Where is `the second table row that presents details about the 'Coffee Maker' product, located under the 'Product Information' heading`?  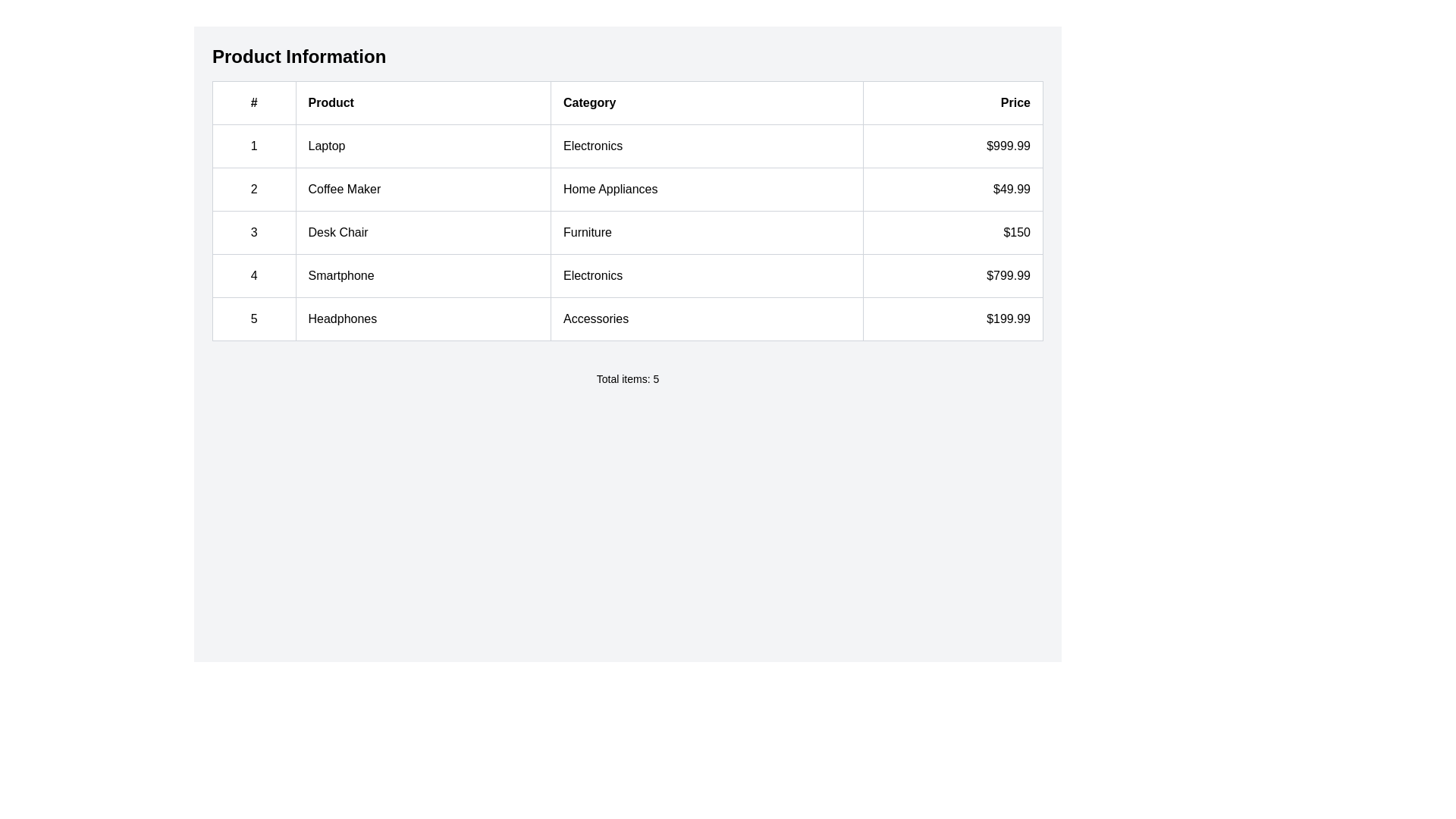
the second table row that presents details about the 'Coffee Maker' product, located under the 'Product Information' heading is located at coordinates (628, 189).